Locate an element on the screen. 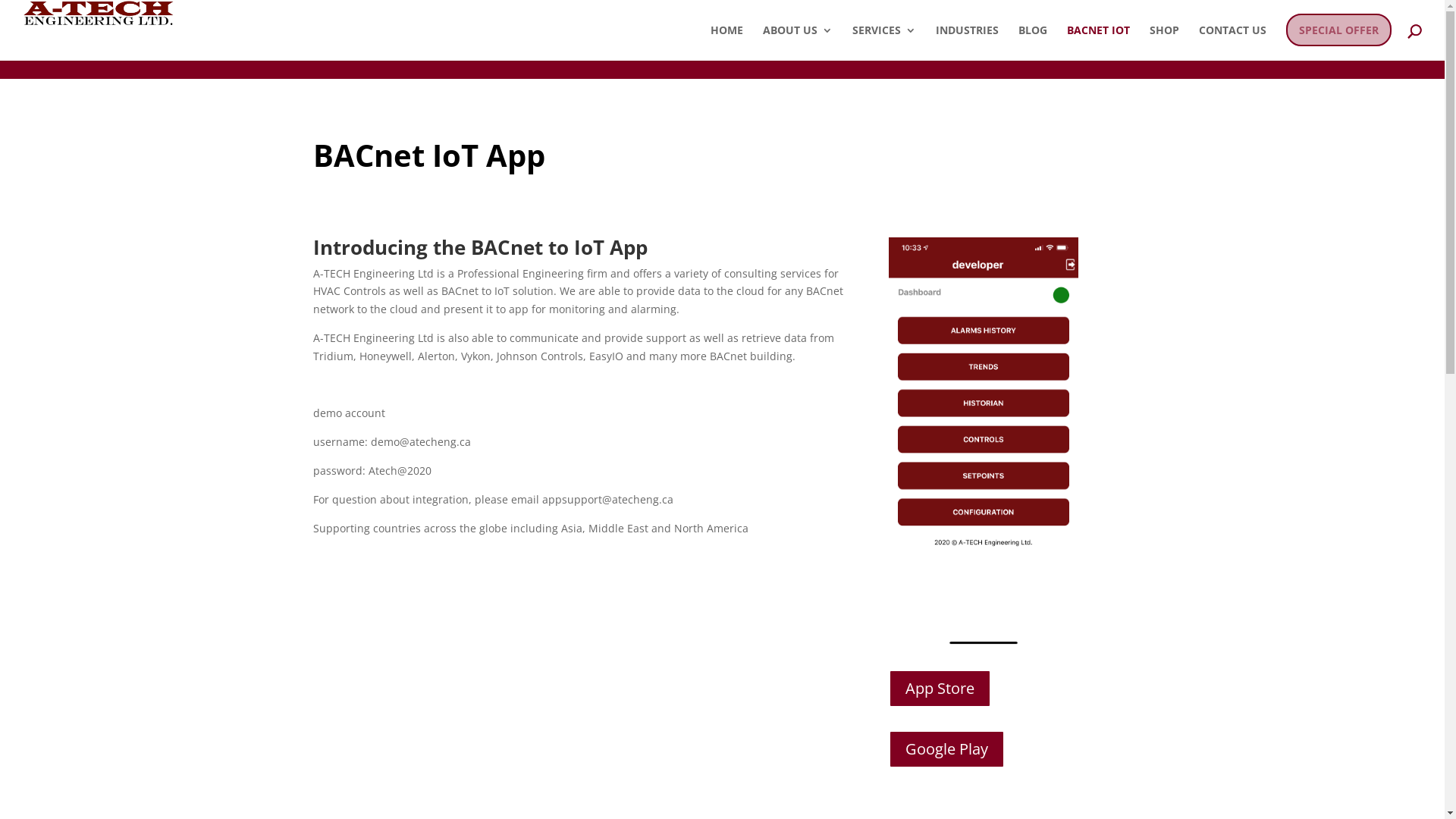  'Google Play' is located at coordinates (946, 748).